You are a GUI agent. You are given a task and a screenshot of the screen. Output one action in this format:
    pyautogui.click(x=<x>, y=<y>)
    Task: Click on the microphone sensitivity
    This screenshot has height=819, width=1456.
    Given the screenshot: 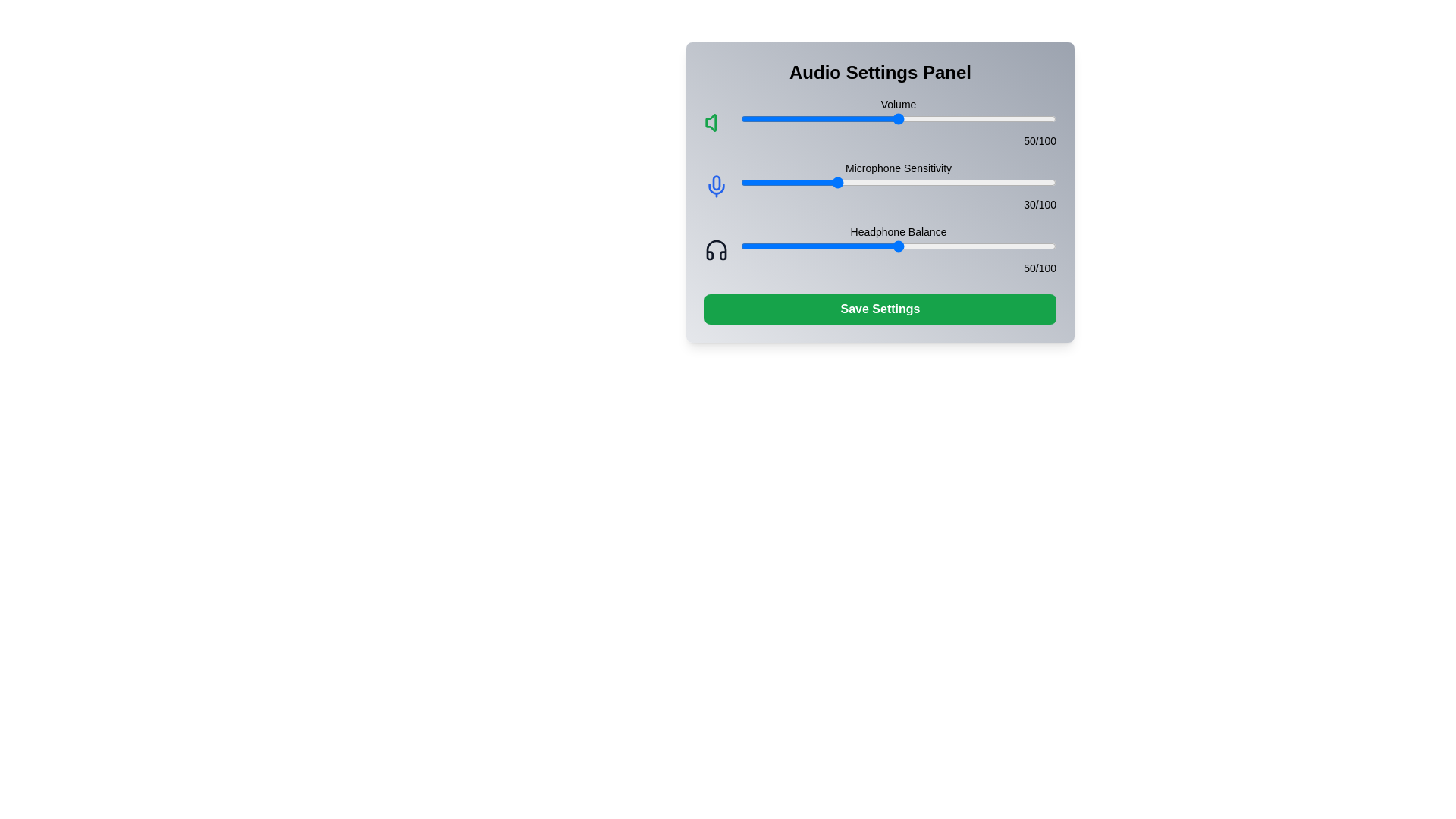 What is the action you would take?
    pyautogui.click(x=1028, y=181)
    